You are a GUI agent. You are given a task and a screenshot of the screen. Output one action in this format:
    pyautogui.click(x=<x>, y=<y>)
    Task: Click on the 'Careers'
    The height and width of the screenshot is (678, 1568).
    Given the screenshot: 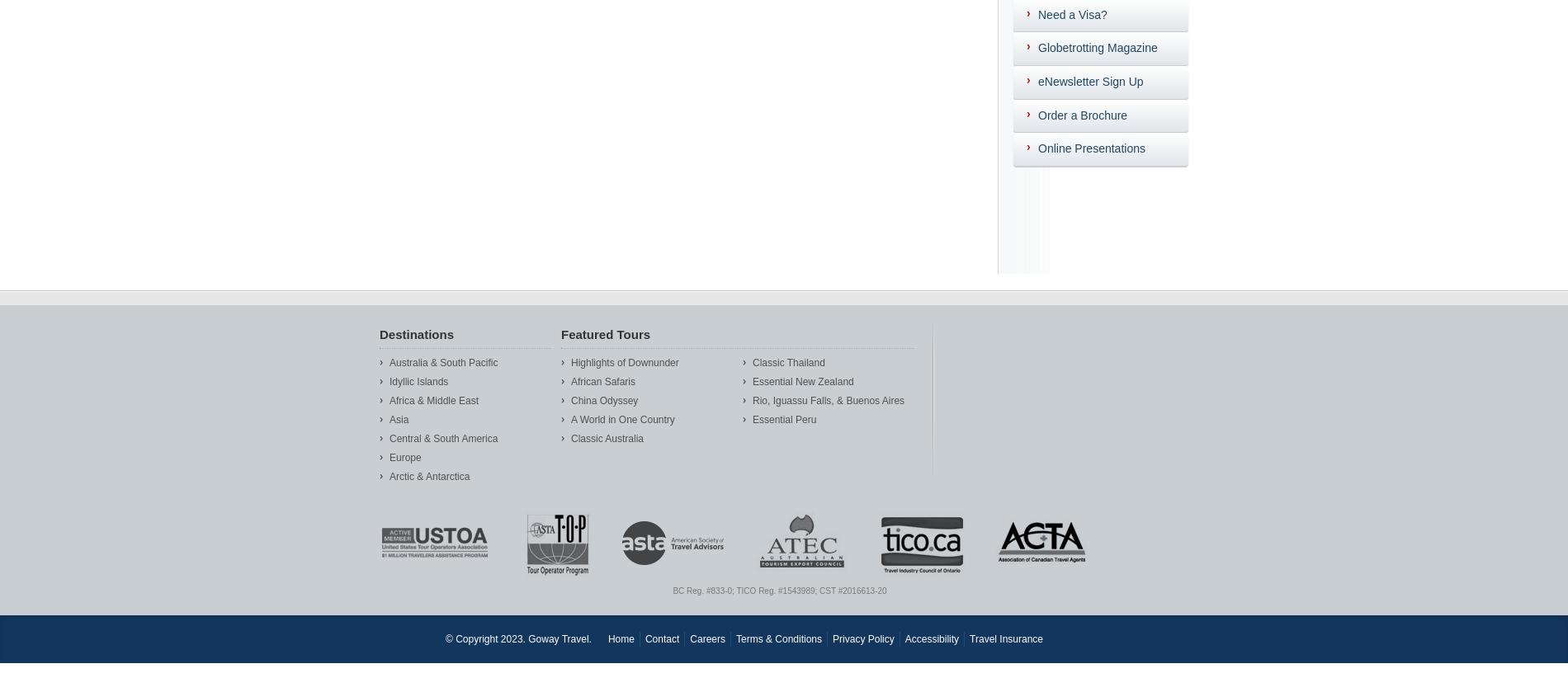 What is the action you would take?
    pyautogui.click(x=689, y=637)
    